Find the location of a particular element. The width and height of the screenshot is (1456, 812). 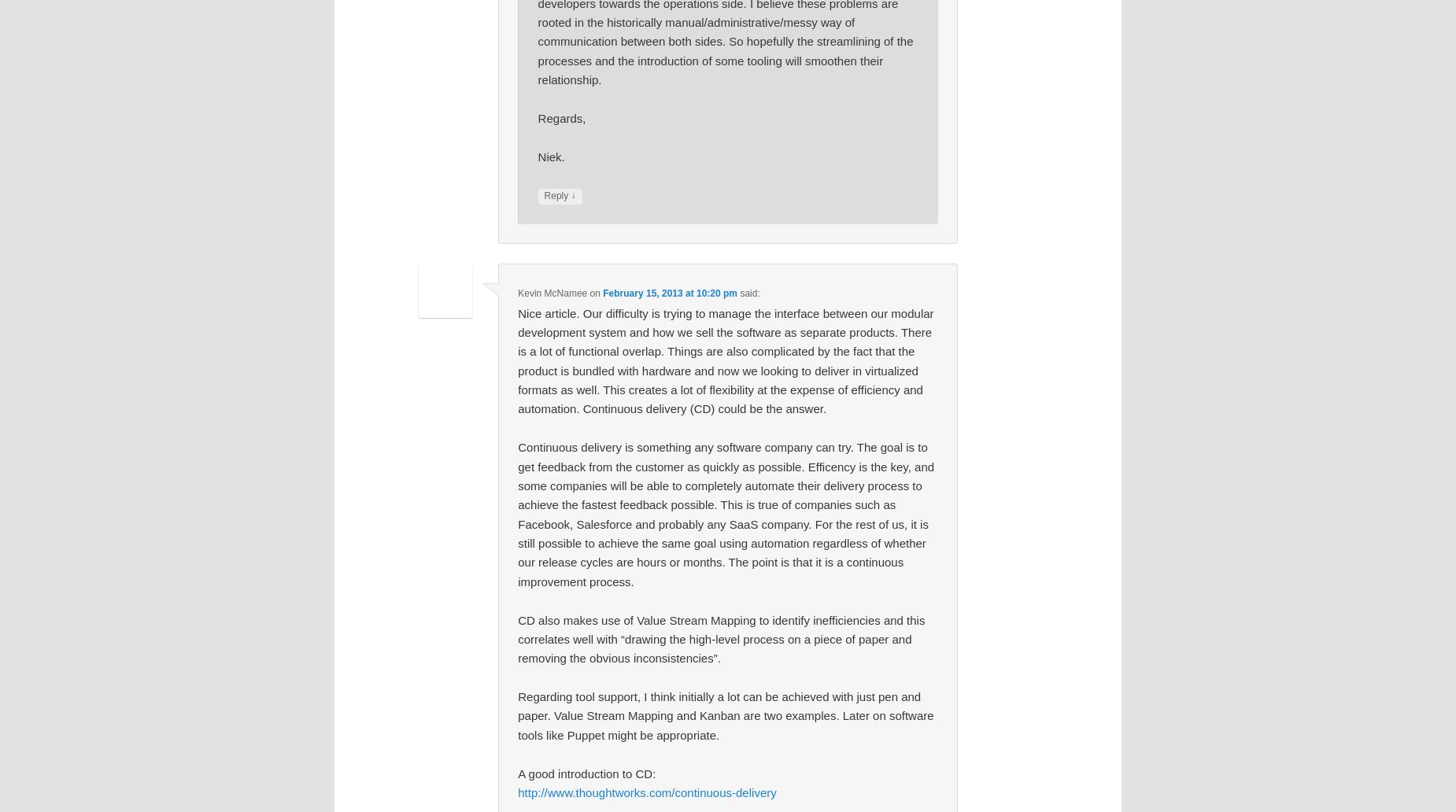

'on' is located at coordinates (586, 293).